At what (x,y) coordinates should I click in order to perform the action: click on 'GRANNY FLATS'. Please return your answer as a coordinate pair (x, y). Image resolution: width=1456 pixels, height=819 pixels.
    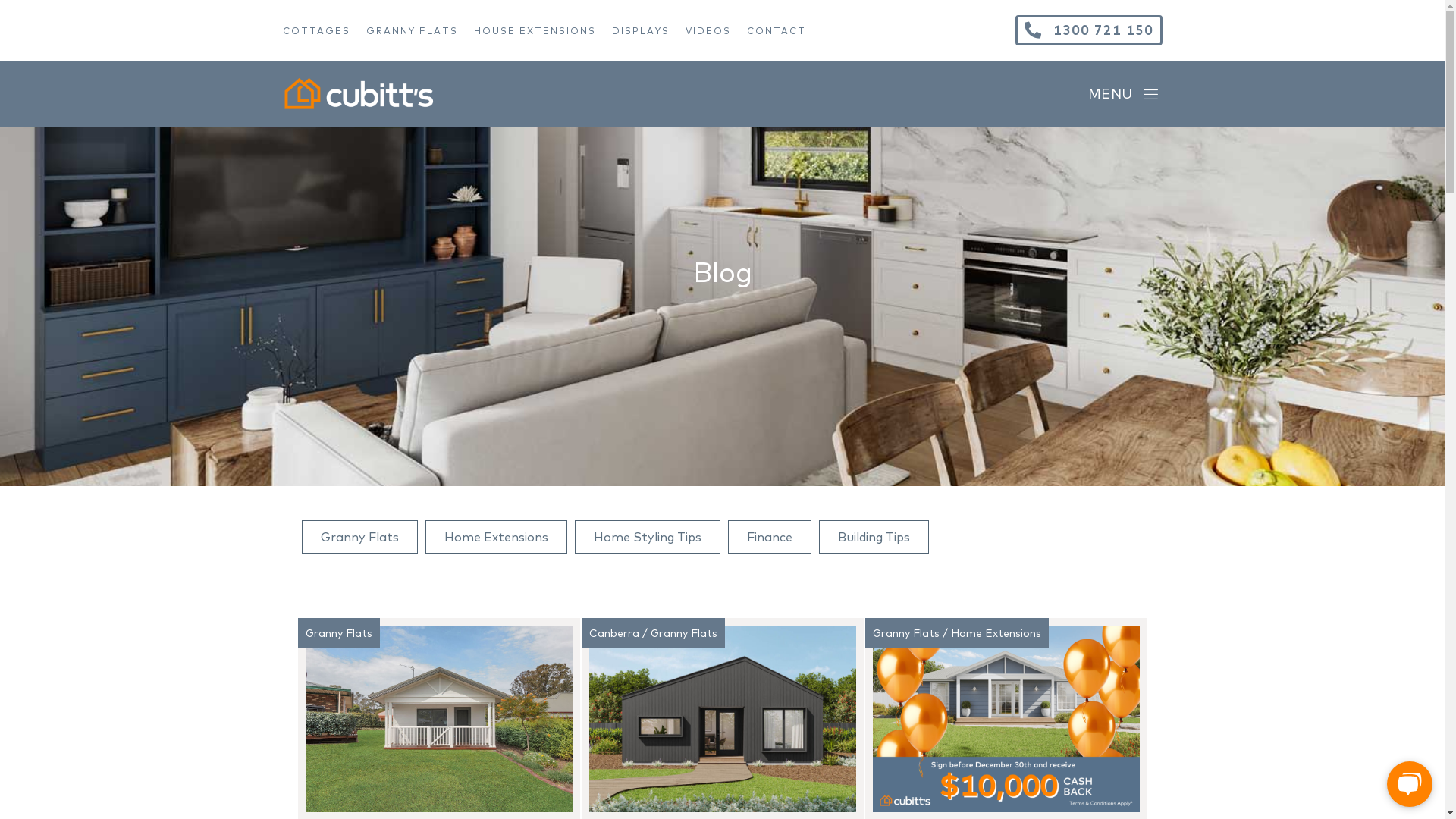
    Looking at the image, I should click on (365, 30).